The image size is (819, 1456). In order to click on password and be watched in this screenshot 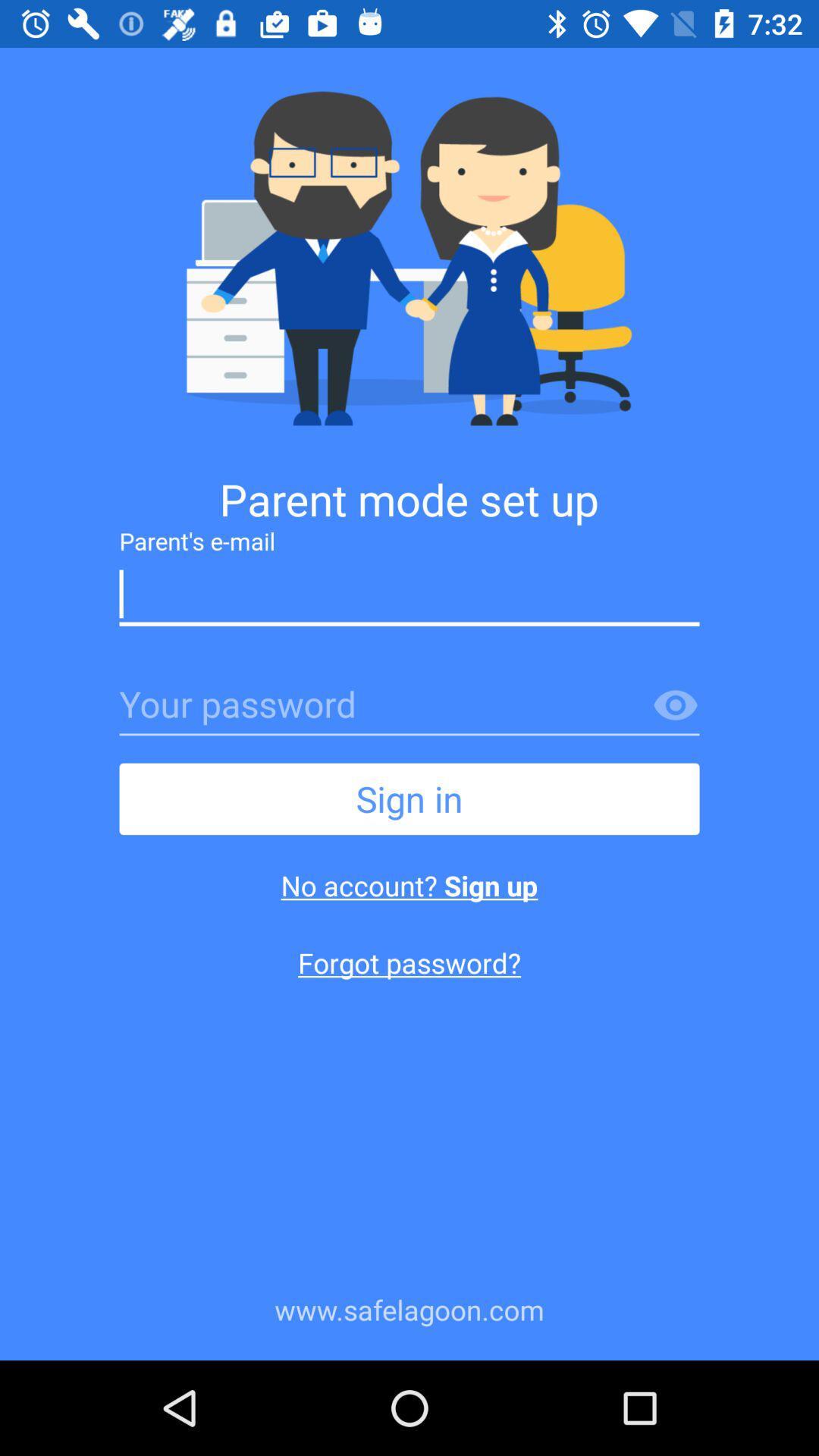, I will do `click(675, 705)`.